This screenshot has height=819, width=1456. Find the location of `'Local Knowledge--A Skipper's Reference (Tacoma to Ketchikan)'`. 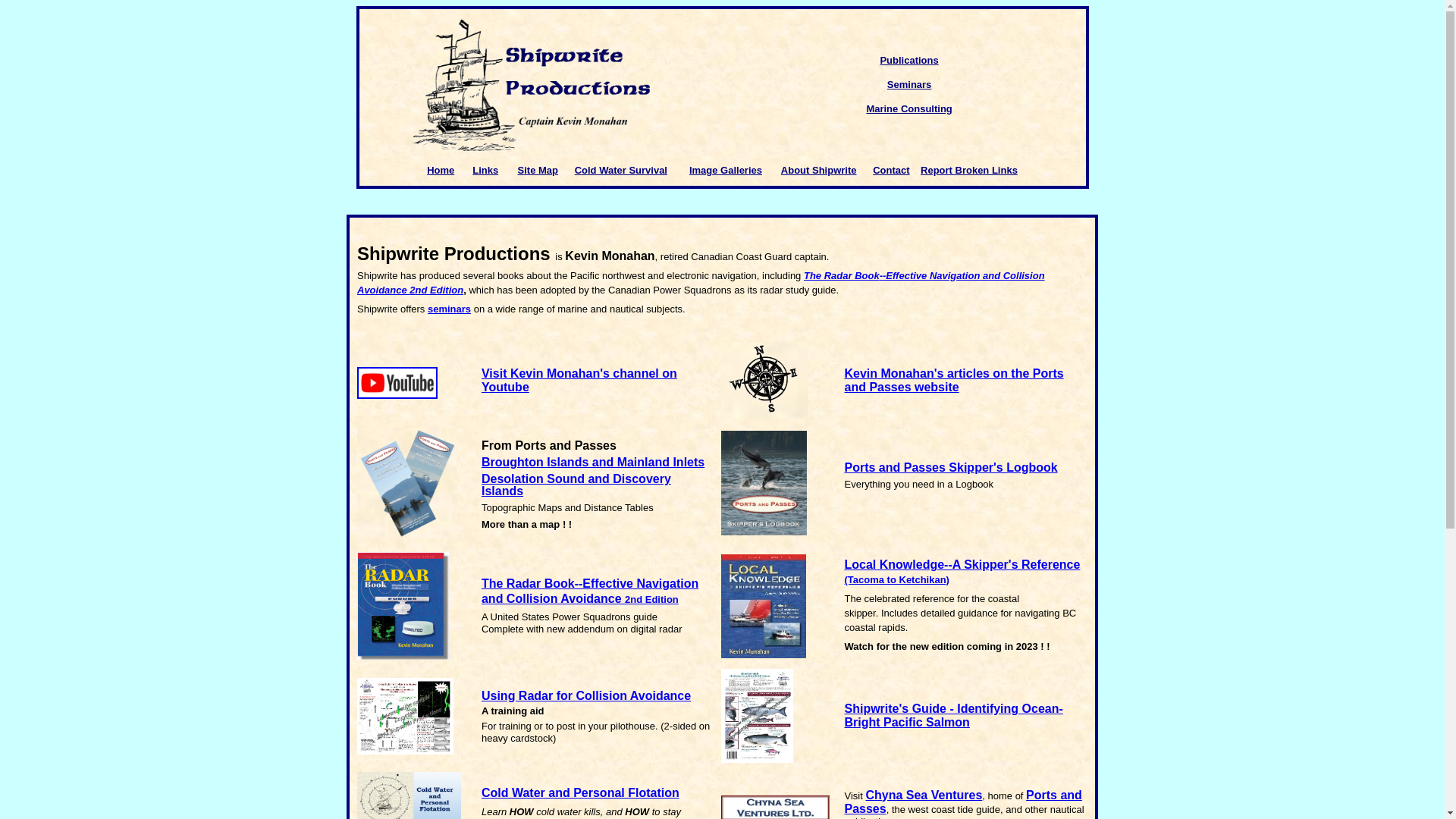

'Local Knowledge--A Skipper's Reference (Tacoma to Ketchikan)' is located at coordinates (962, 571).